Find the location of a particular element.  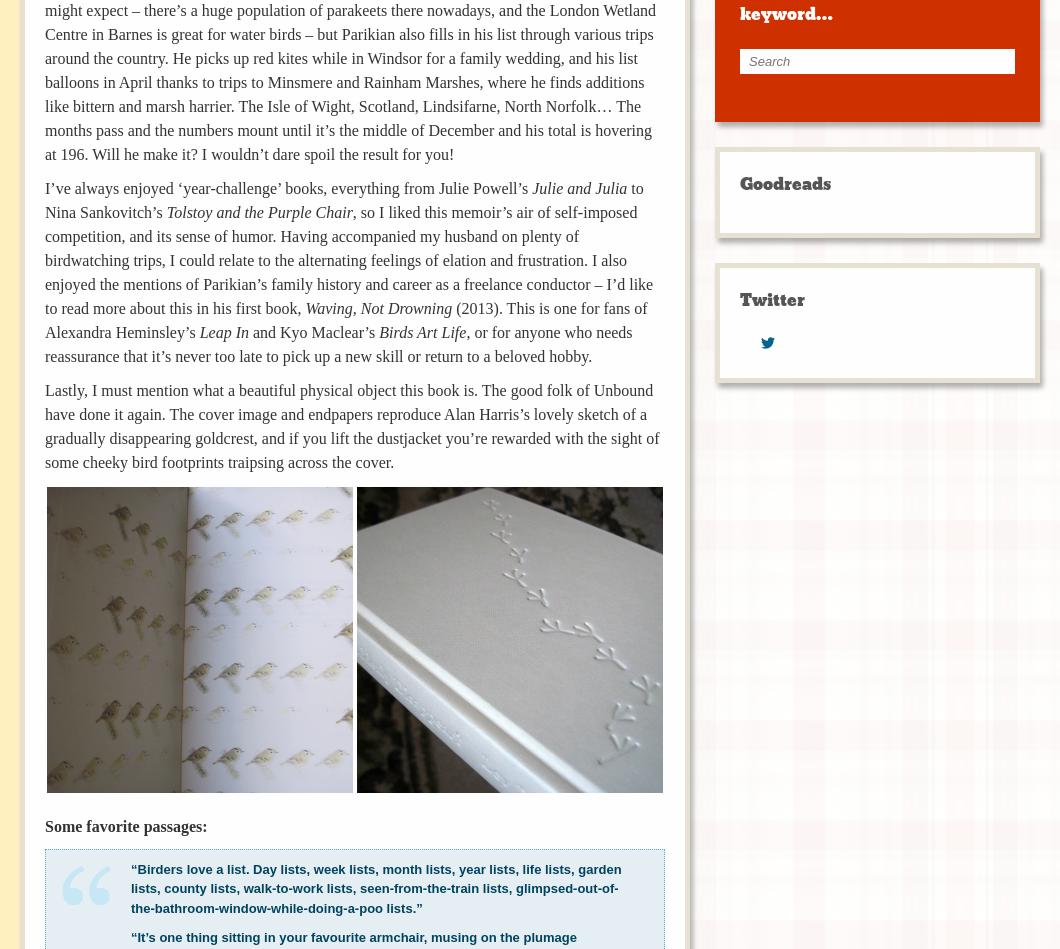

'Goodreads' is located at coordinates (738, 182).